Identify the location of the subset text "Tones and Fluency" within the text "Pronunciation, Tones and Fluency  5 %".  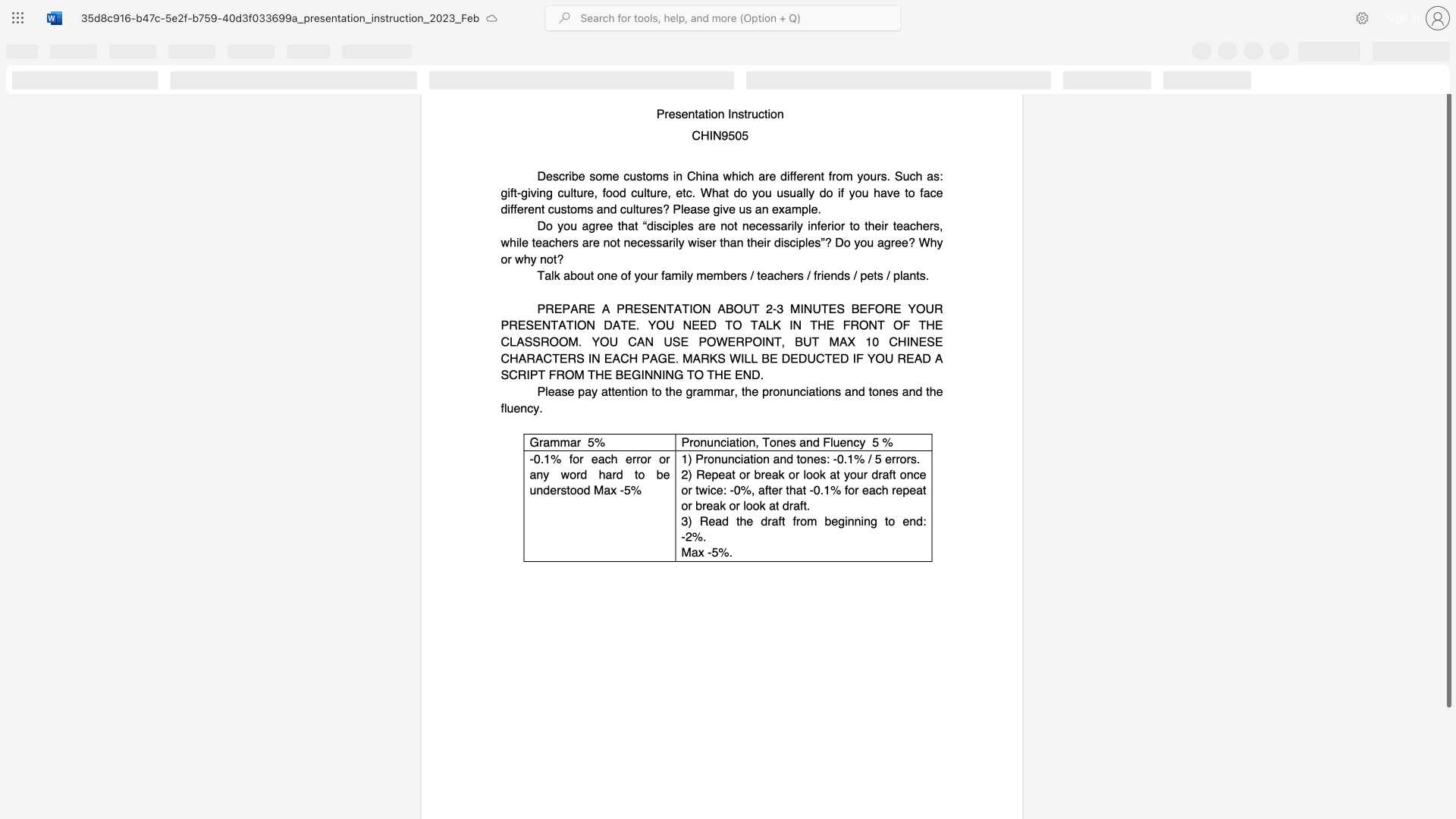
(762, 441).